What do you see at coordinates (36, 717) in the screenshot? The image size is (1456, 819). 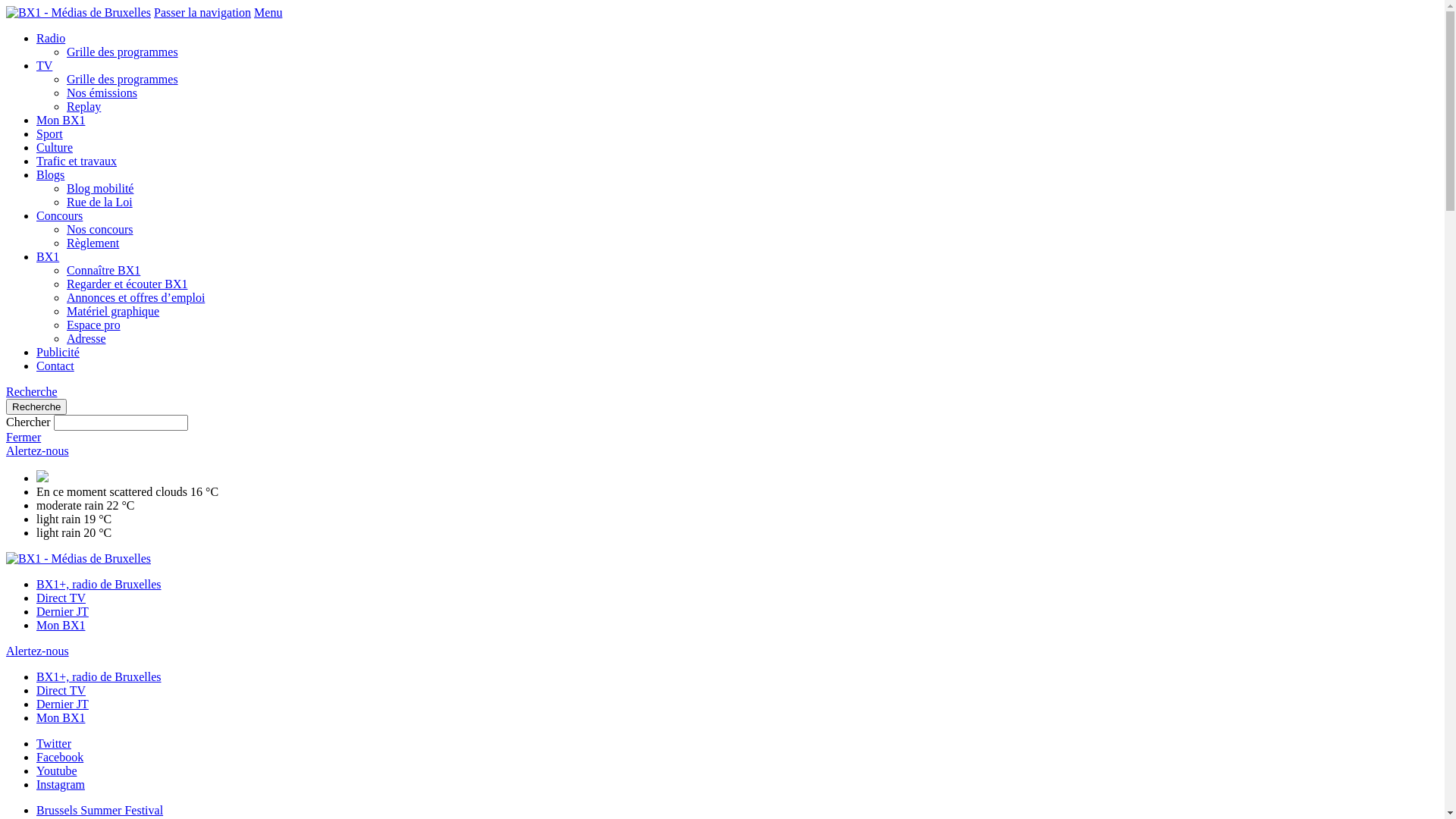 I see `'Mon BX1'` at bounding box center [36, 717].